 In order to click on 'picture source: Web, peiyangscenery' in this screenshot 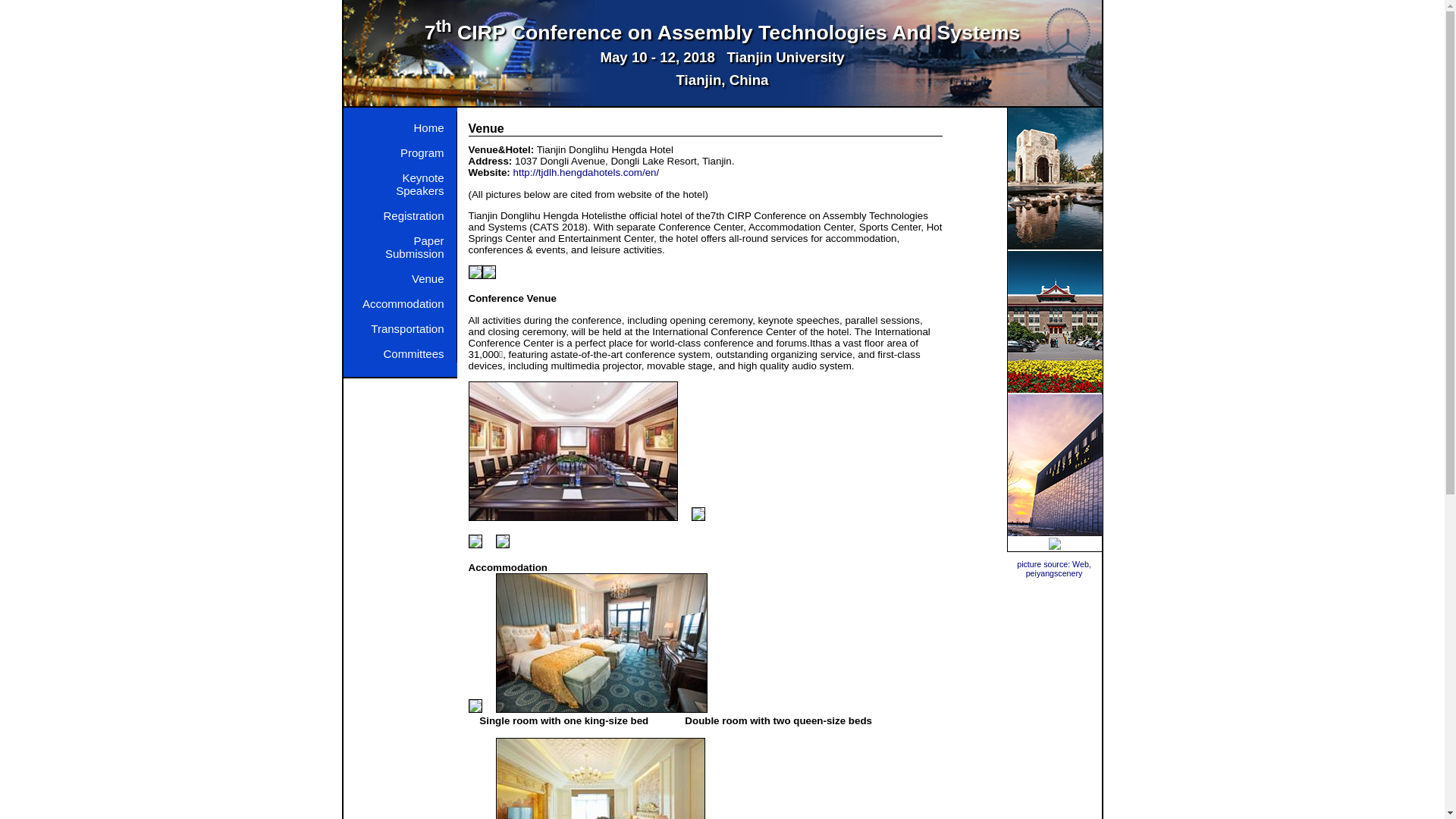, I will do `click(1053, 568)`.